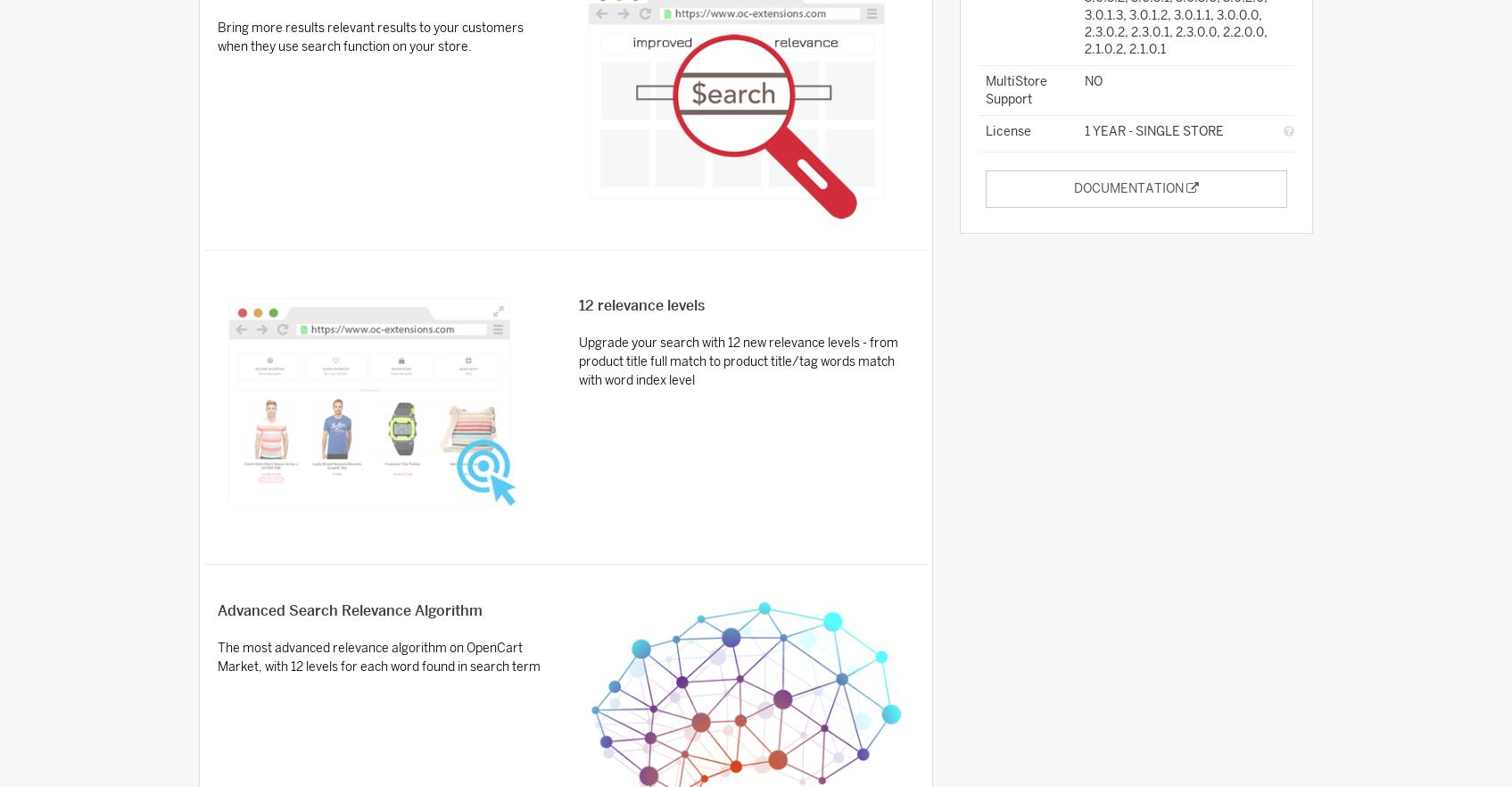 The width and height of the screenshot is (1512, 787). What do you see at coordinates (1105, 131) in the screenshot?
I see `'1 Year'` at bounding box center [1105, 131].